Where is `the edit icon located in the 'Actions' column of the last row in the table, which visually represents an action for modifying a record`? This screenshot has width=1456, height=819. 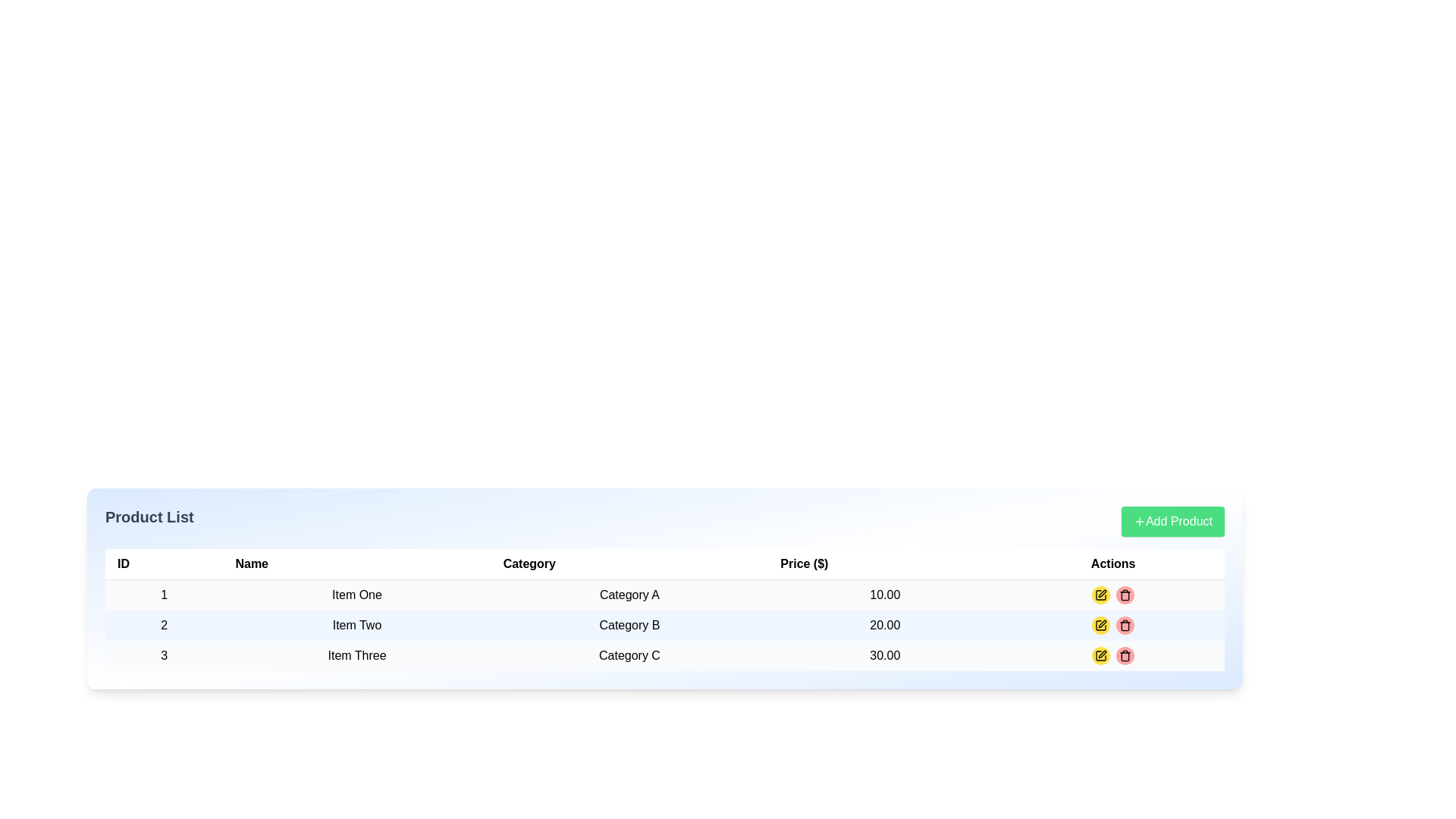 the edit icon located in the 'Actions' column of the last row in the table, which visually represents an action for modifying a record is located at coordinates (1103, 623).